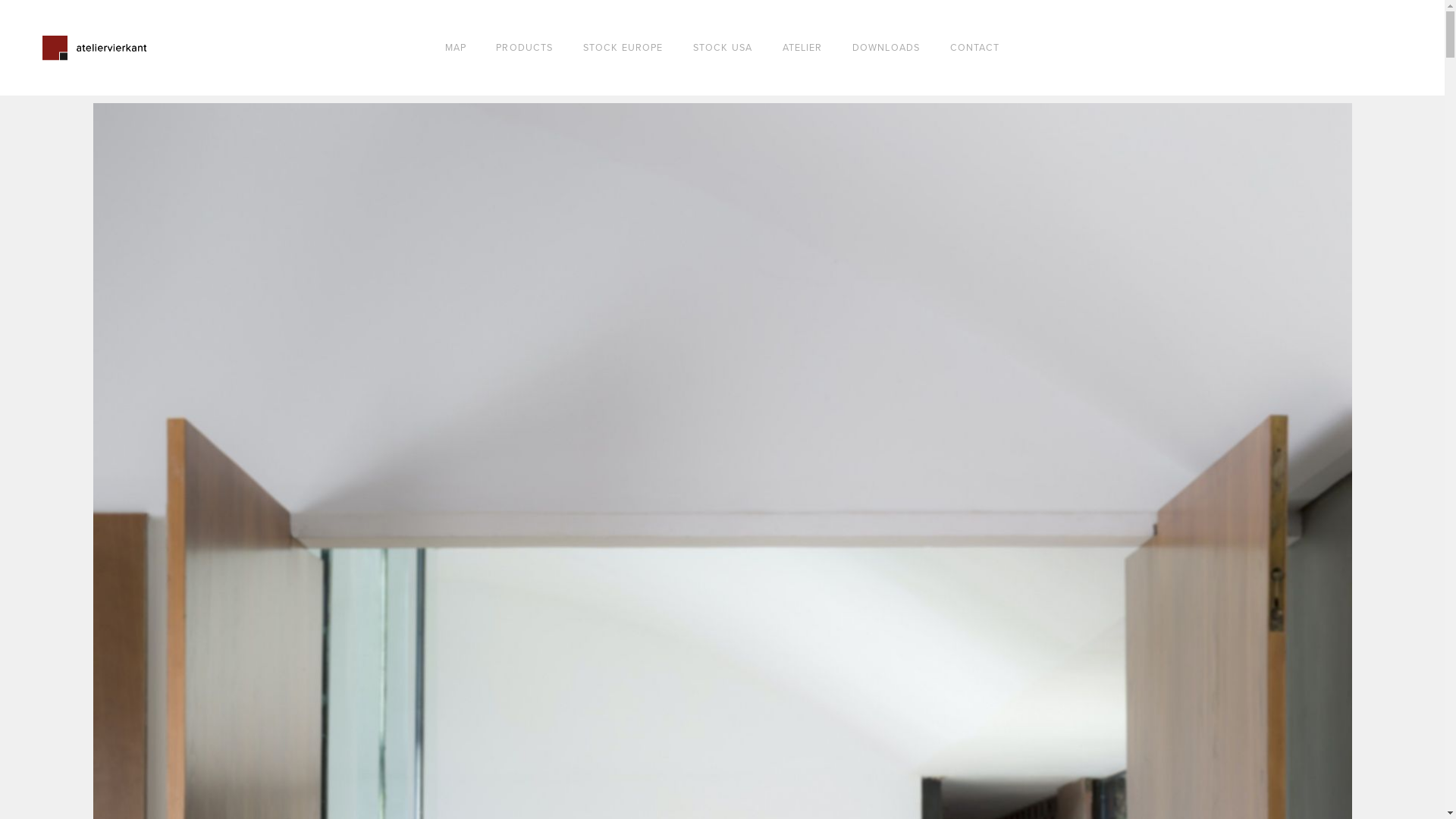 The height and width of the screenshot is (819, 1456). Describe the element at coordinates (975, 47) in the screenshot. I see `'CONTACT'` at that location.